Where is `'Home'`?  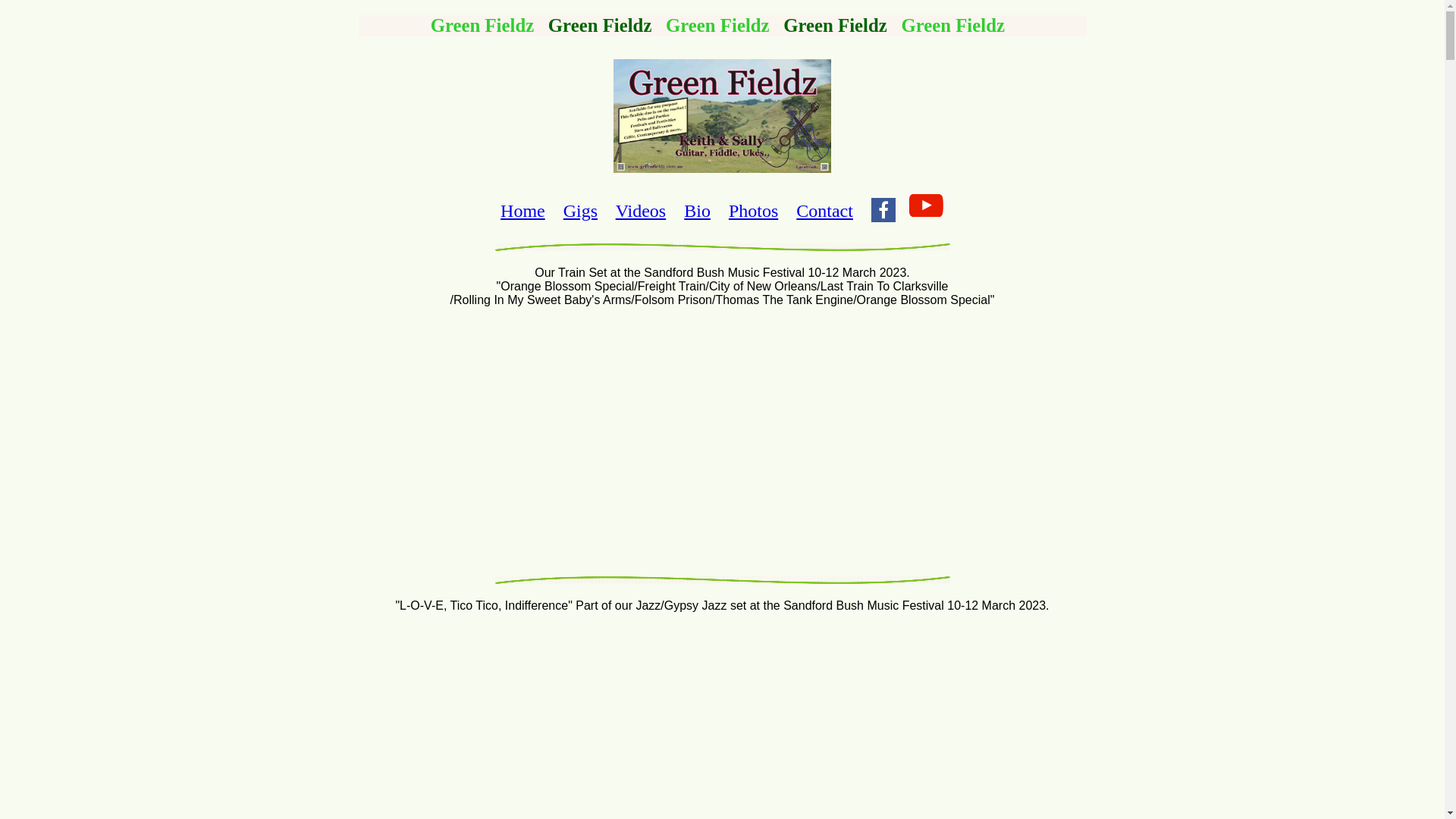 'Home' is located at coordinates (500, 210).